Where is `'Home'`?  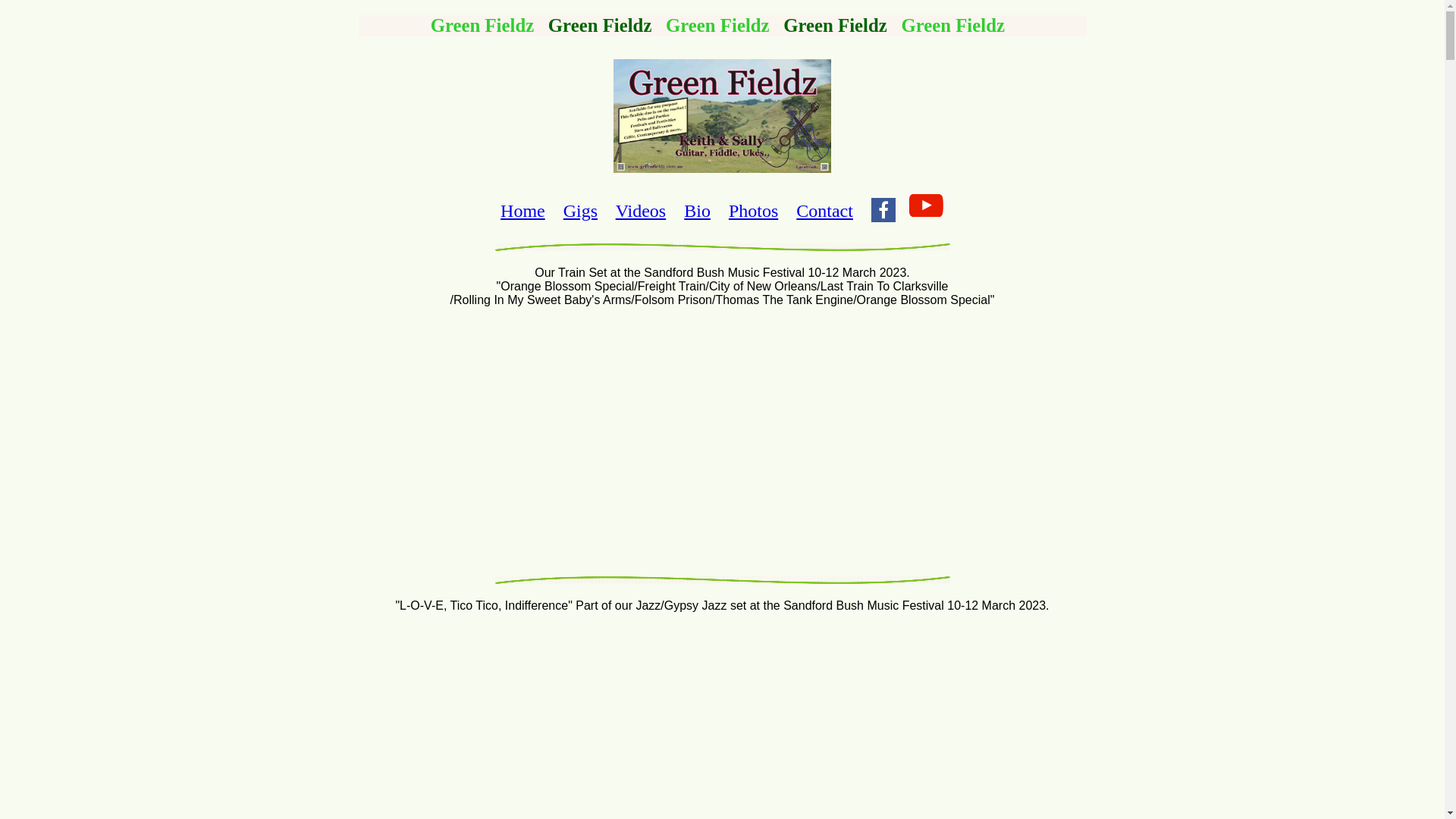 'Home' is located at coordinates (500, 210).